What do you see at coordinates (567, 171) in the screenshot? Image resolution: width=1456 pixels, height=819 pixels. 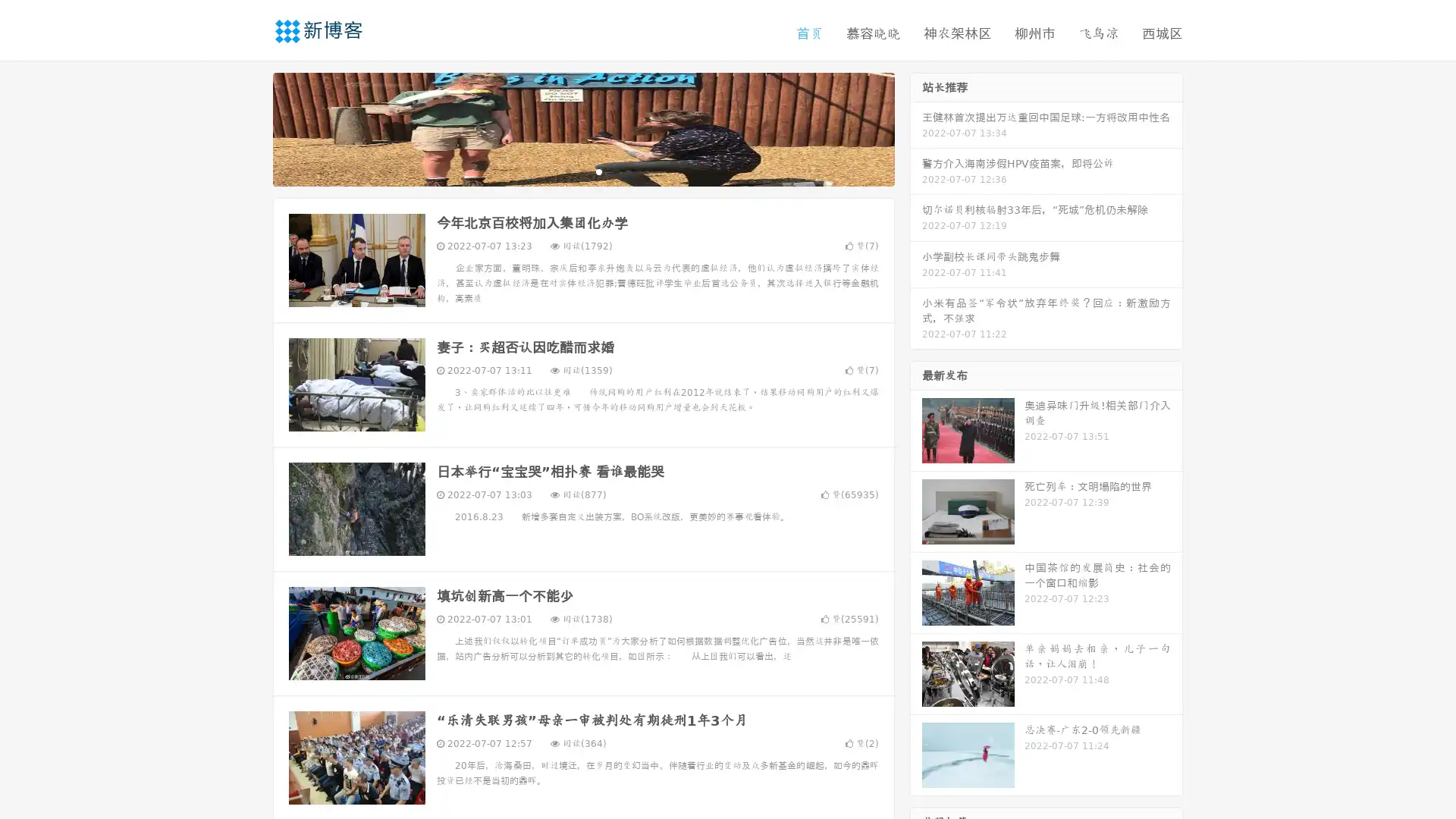 I see `Go to slide 1` at bounding box center [567, 171].